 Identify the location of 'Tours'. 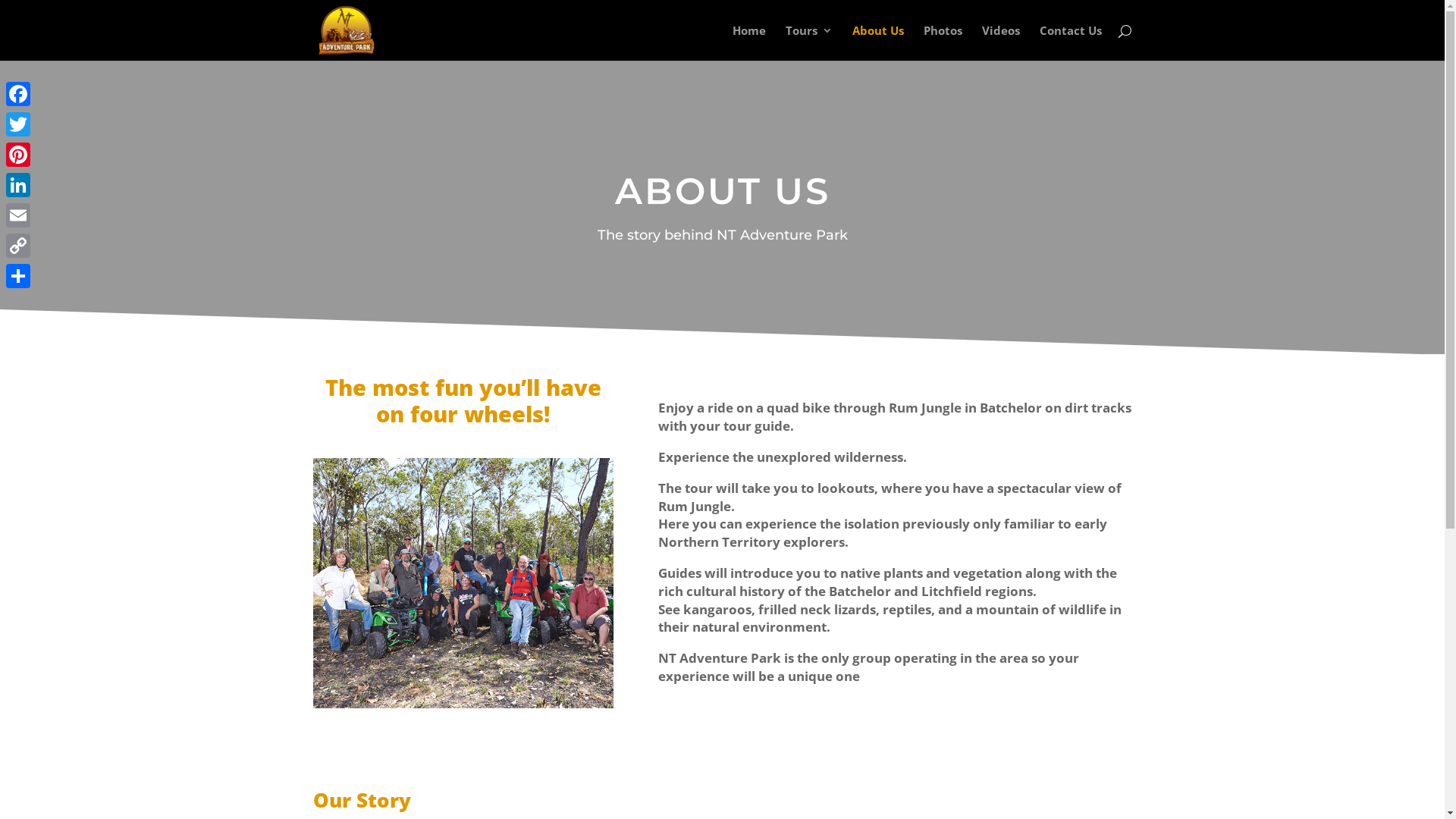
(808, 42).